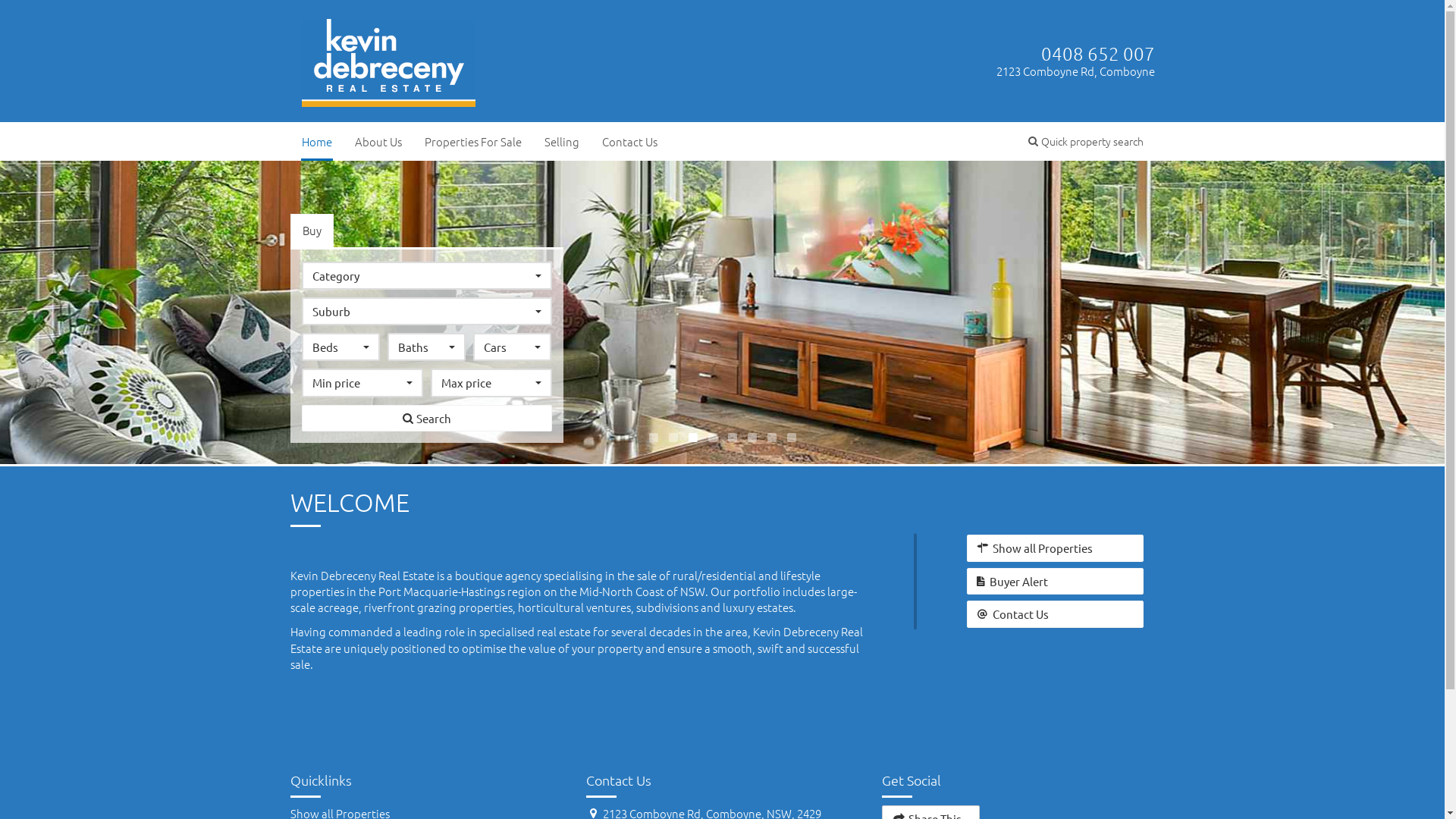  Describe the element at coordinates (491, 381) in the screenshot. I see `'Max price` at that location.